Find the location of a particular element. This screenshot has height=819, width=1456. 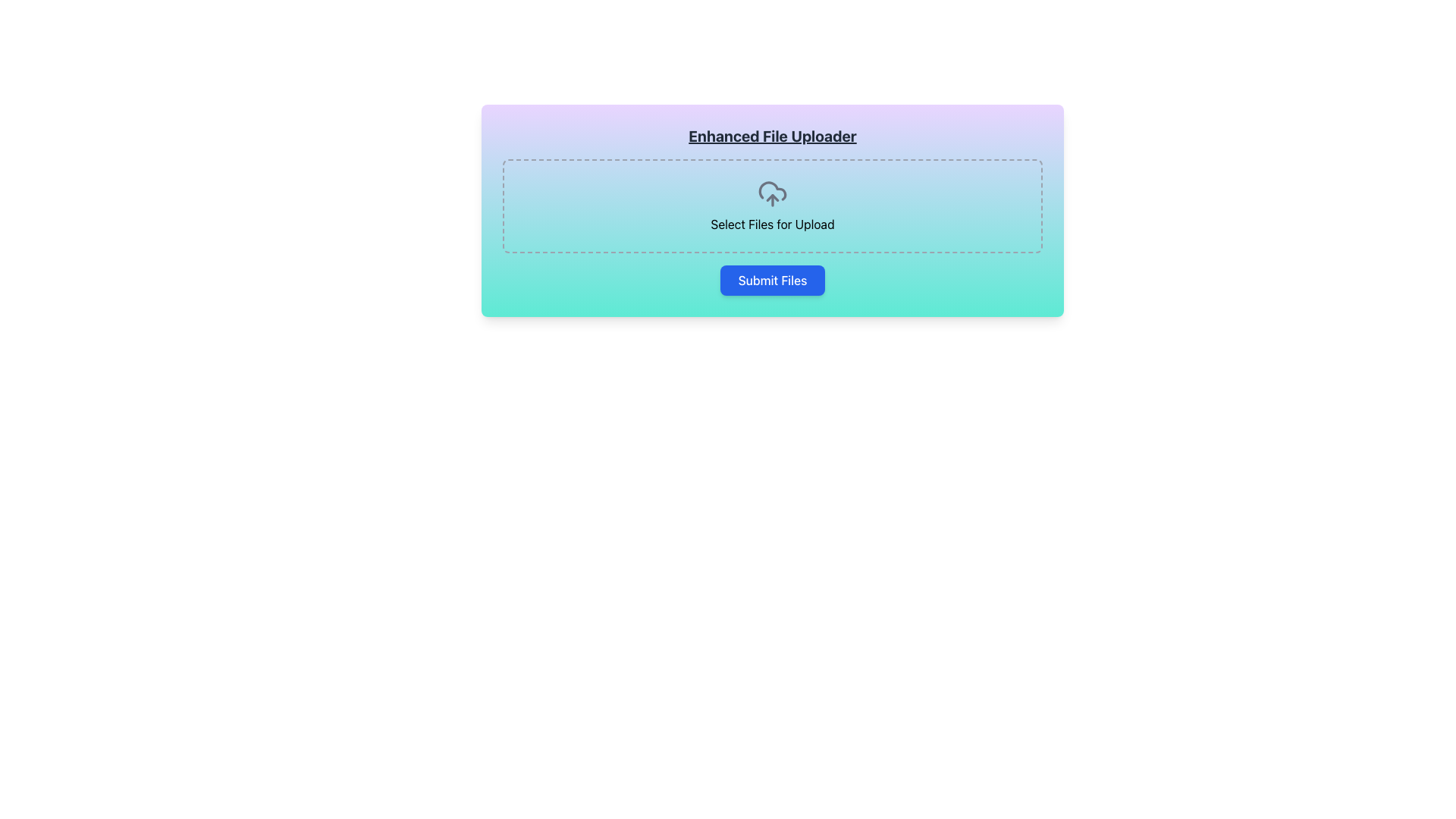

the Static text header that provides context for uploading files, which is positioned above the dashed border box and the 'Submit Files' button is located at coordinates (772, 136).